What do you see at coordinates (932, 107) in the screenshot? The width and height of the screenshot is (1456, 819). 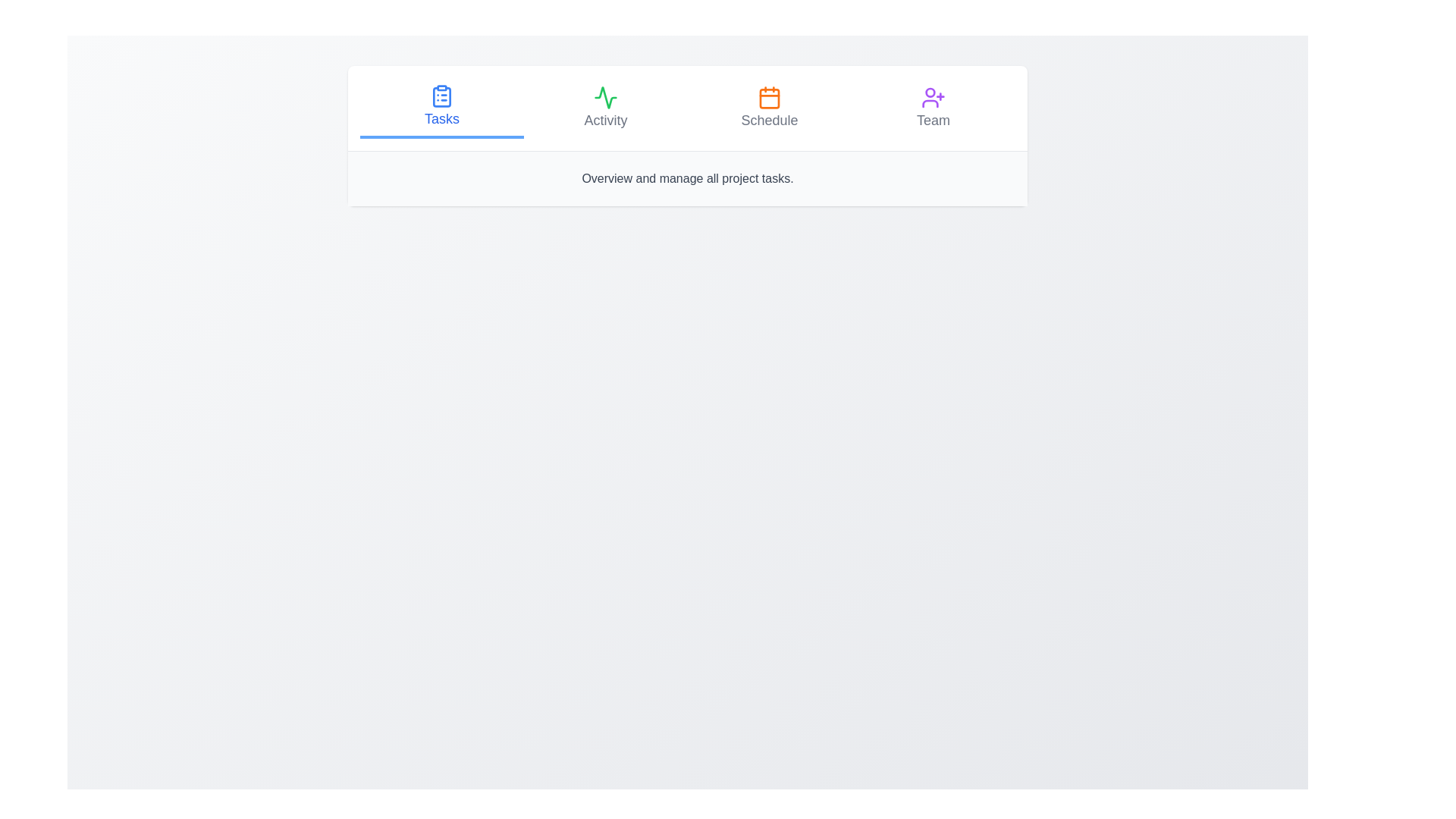 I see `the Team tab` at bounding box center [932, 107].